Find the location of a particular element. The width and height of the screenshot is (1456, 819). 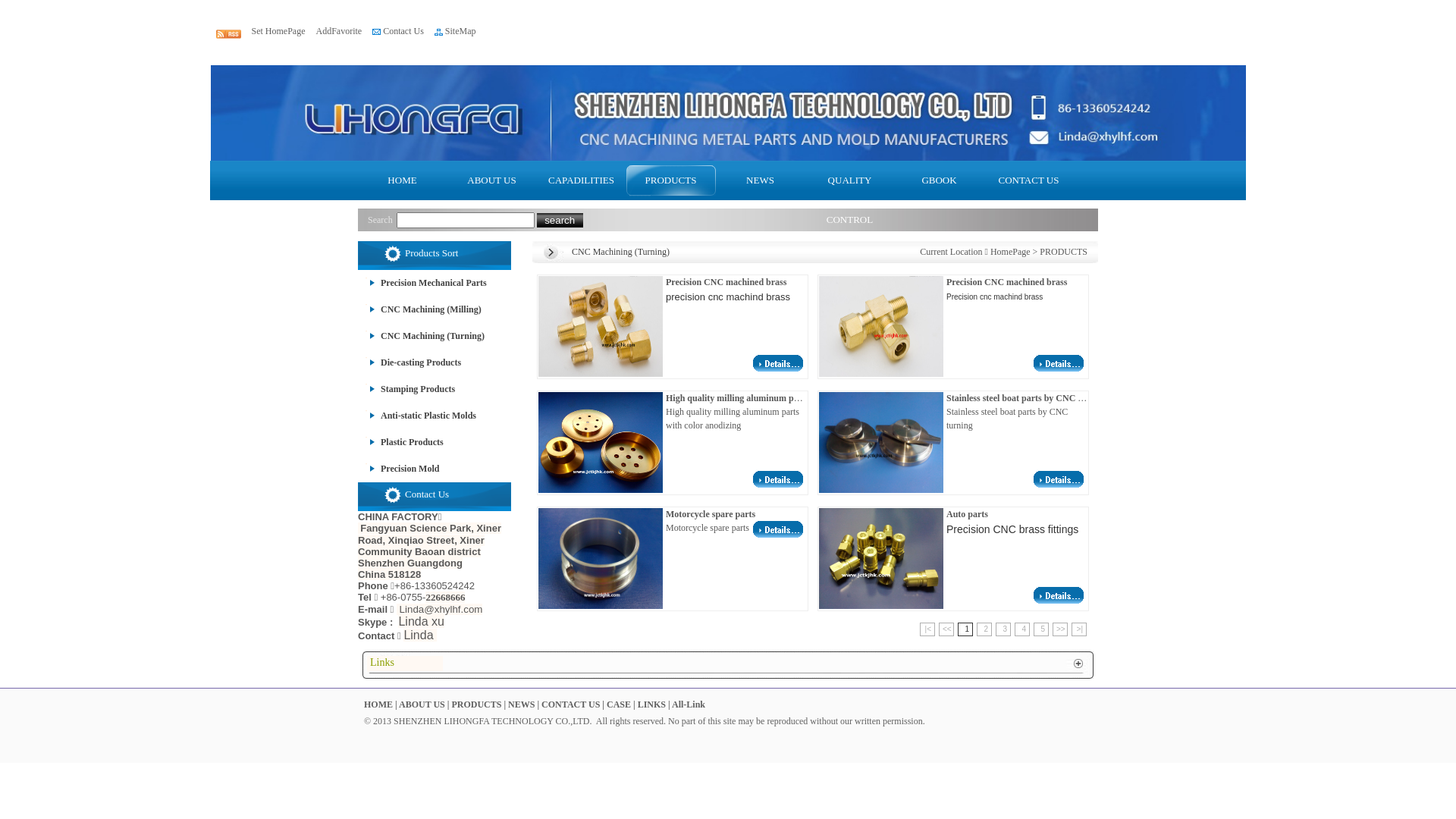

'SiteMap' is located at coordinates (460, 31).